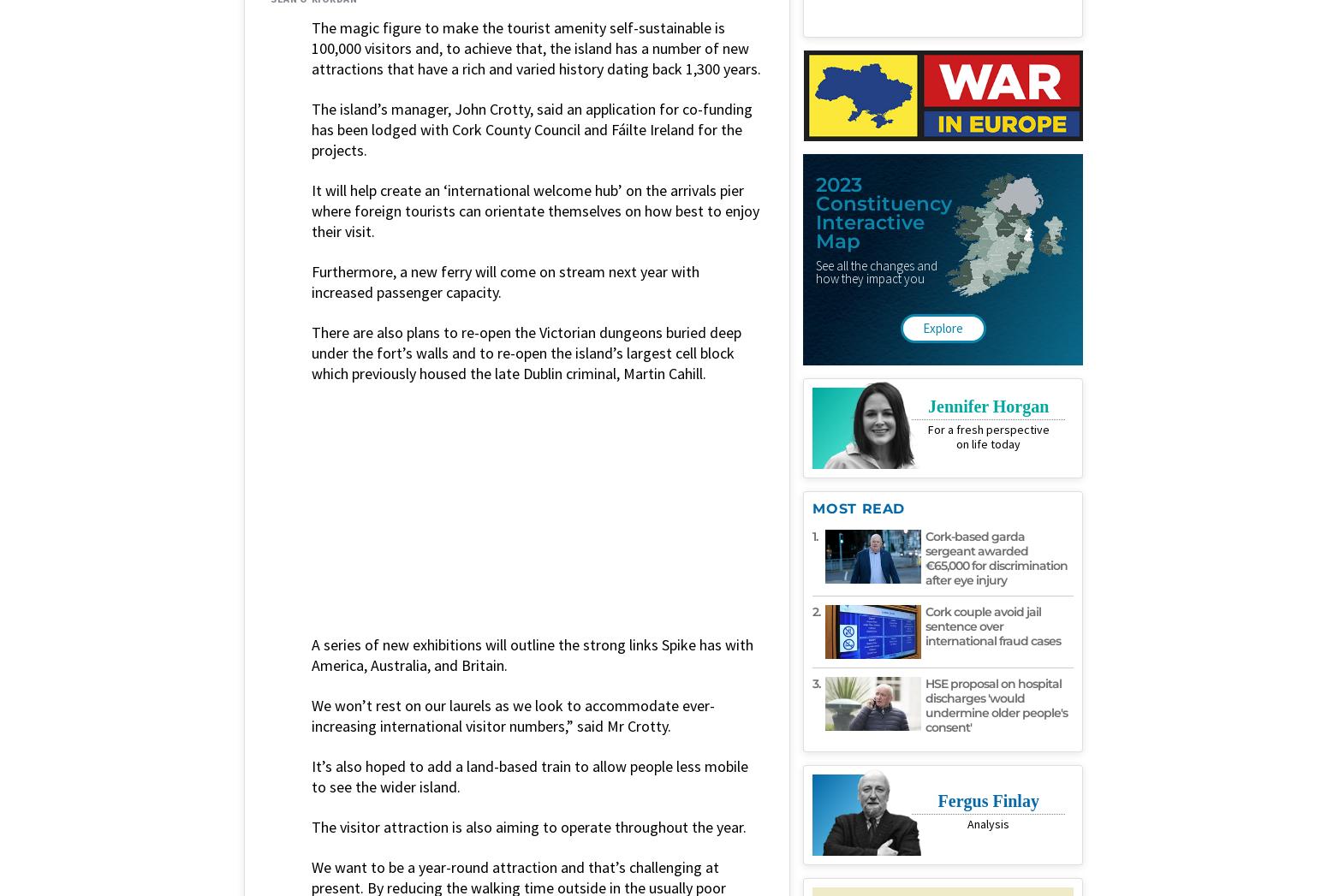  I want to click on 'here', so click(369, 536).